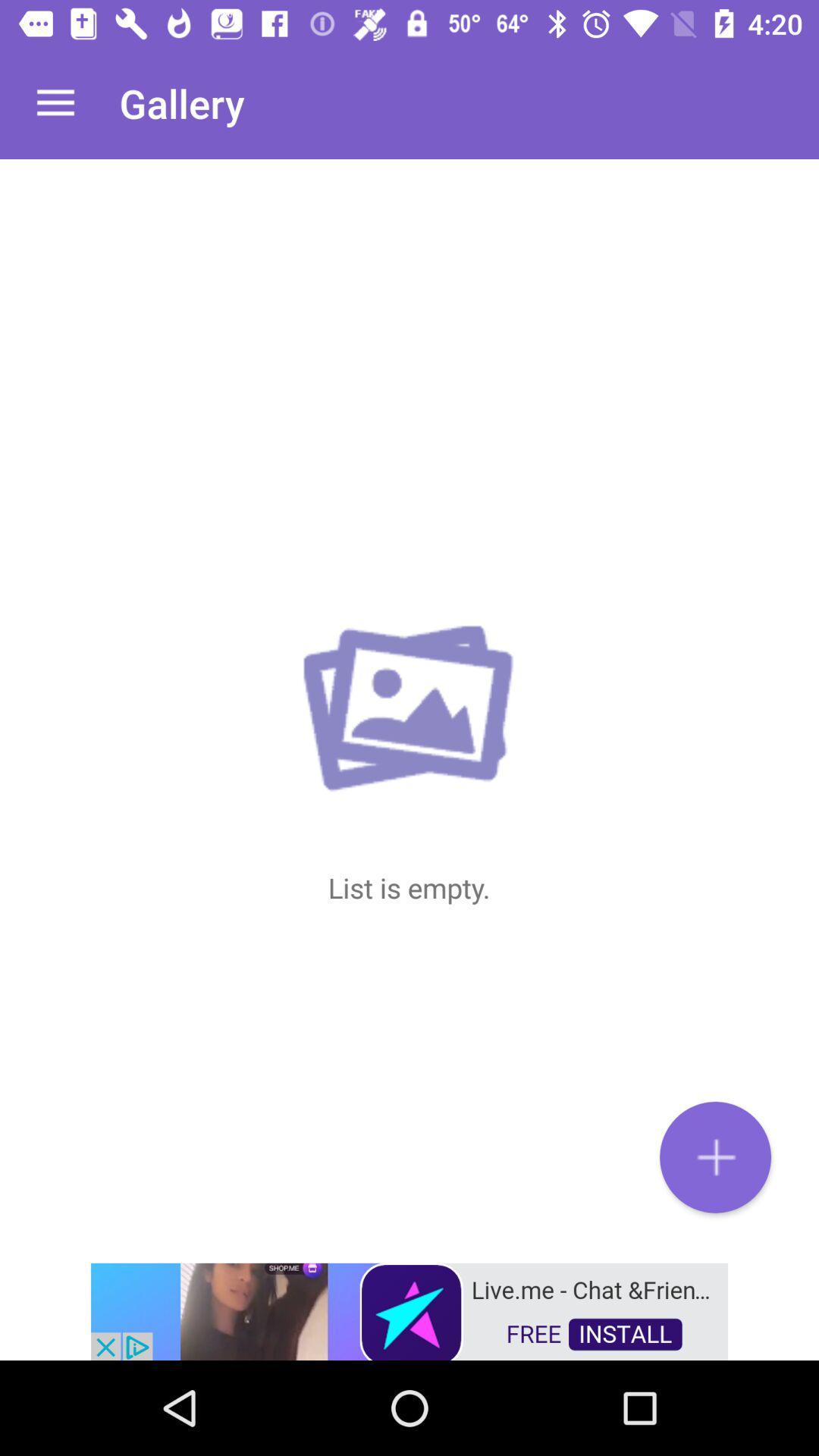 This screenshot has width=819, height=1456. What do you see at coordinates (715, 1156) in the screenshot?
I see `opens the add photo option` at bounding box center [715, 1156].